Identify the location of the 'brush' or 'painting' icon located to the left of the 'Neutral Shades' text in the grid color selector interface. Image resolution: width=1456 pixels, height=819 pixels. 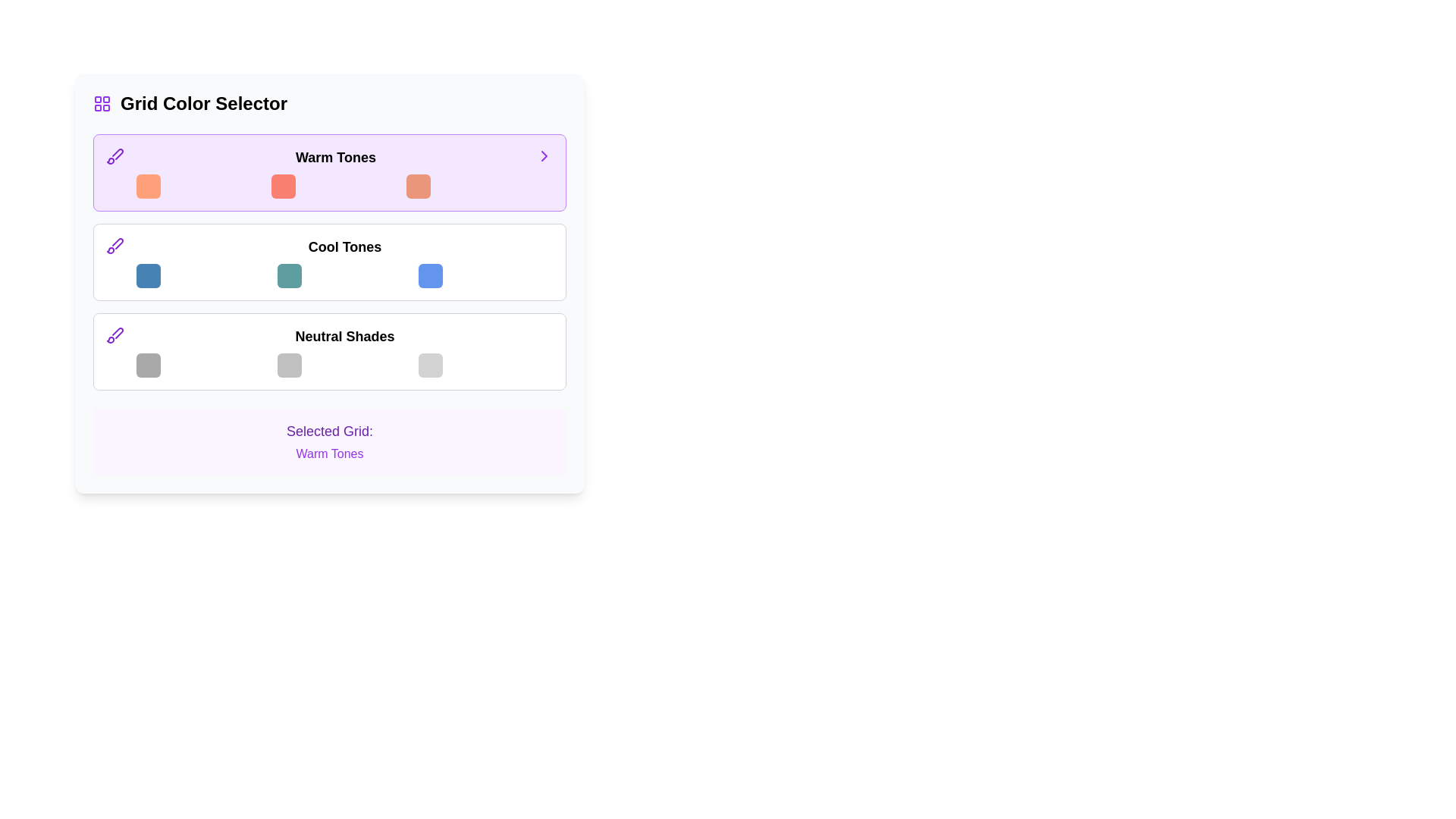
(115, 334).